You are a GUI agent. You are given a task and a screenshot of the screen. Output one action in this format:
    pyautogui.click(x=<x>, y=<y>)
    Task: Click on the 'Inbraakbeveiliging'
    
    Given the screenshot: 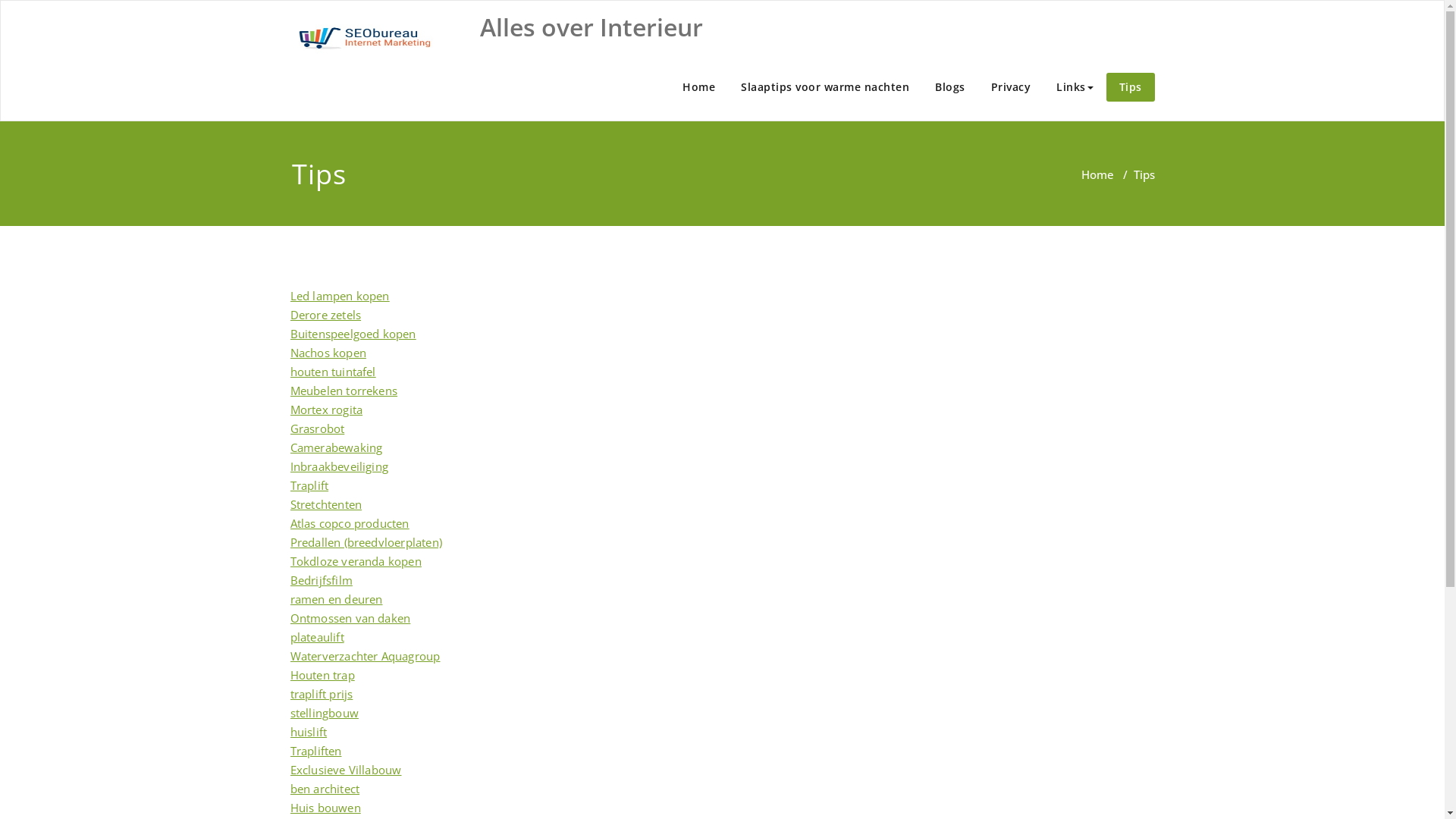 What is the action you would take?
    pyautogui.click(x=337, y=465)
    